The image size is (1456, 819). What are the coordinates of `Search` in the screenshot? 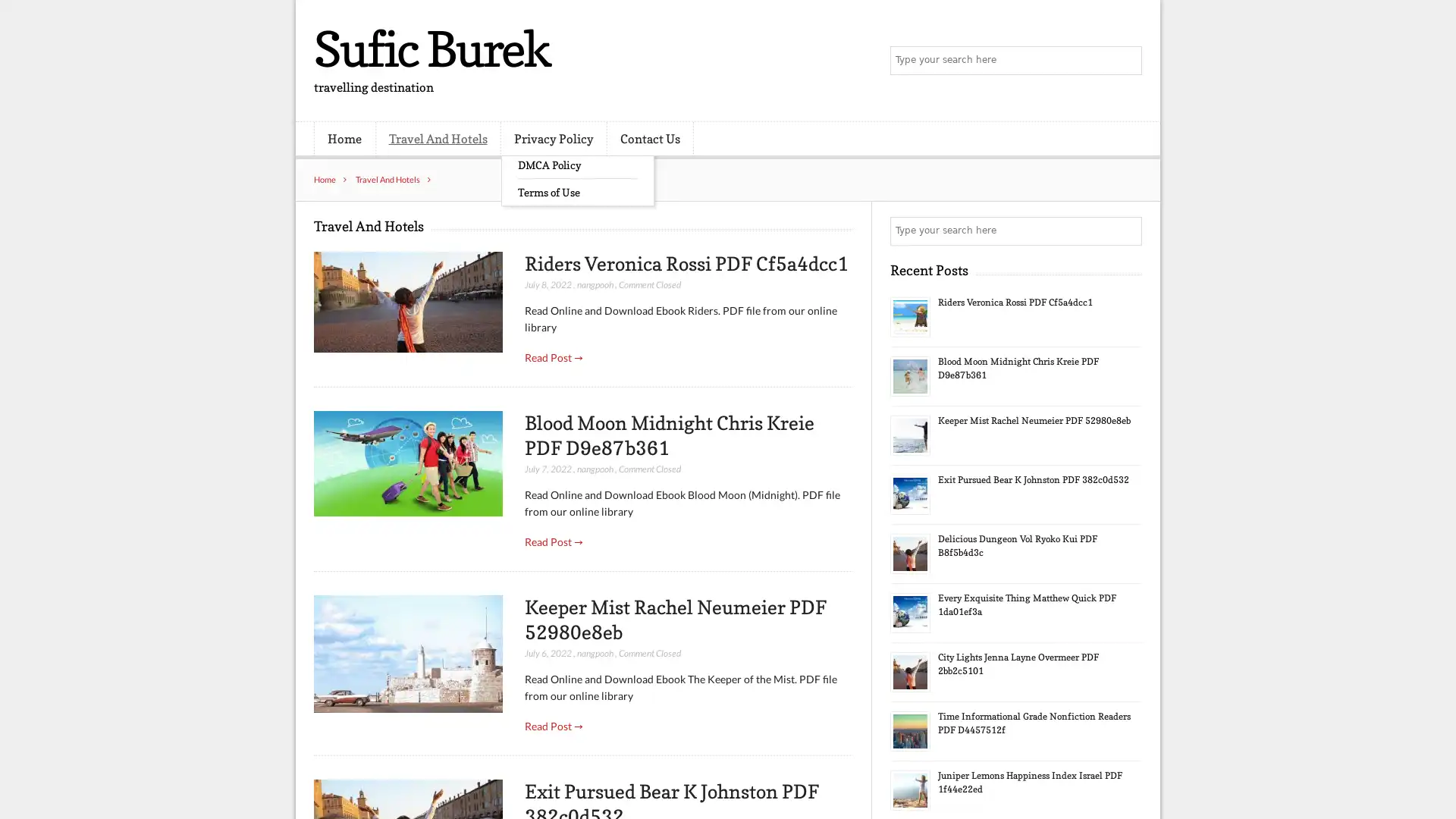 It's located at (1126, 61).